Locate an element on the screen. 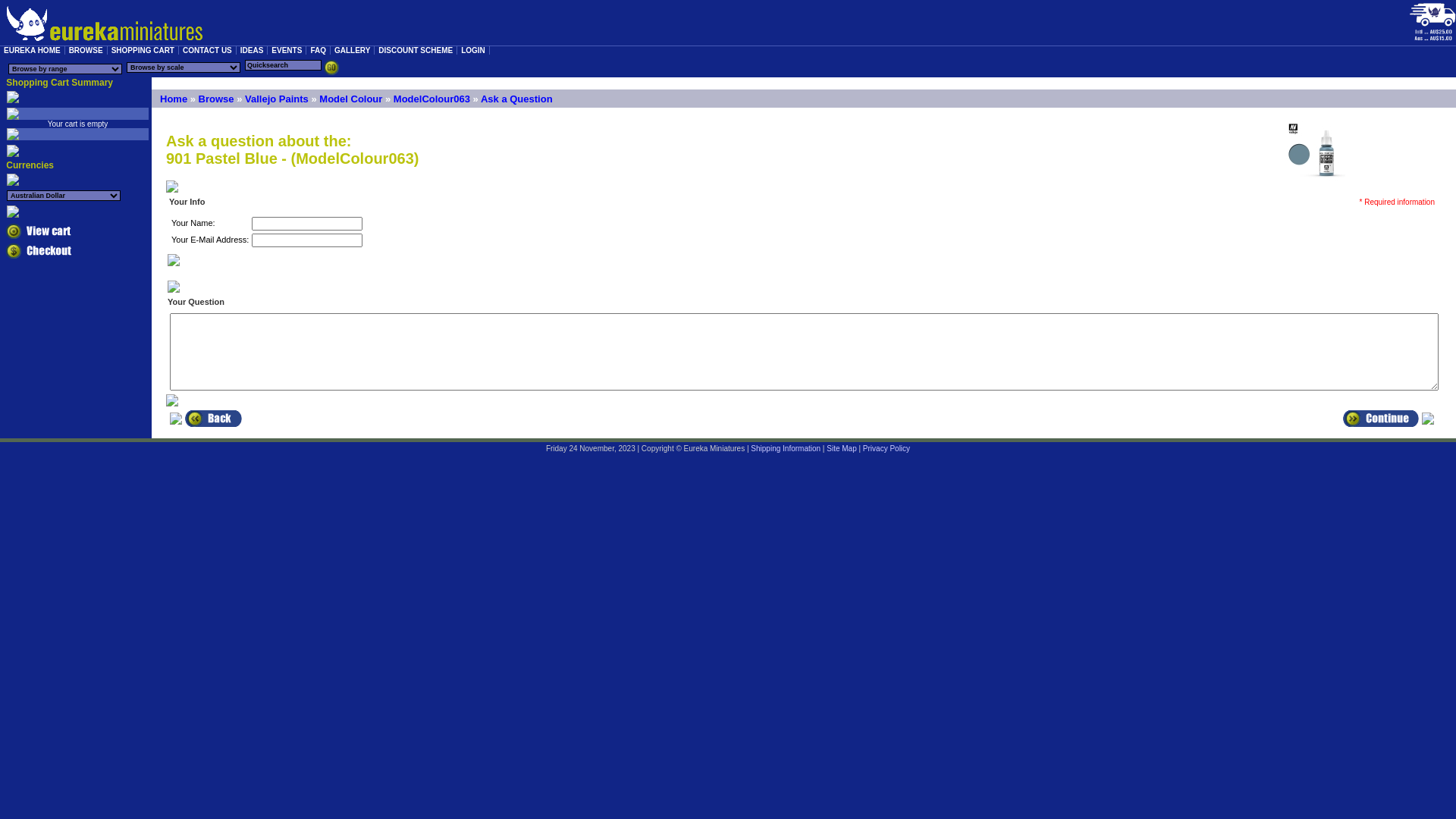 The height and width of the screenshot is (819, 1456). ' Continue ' is located at coordinates (1380, 418).